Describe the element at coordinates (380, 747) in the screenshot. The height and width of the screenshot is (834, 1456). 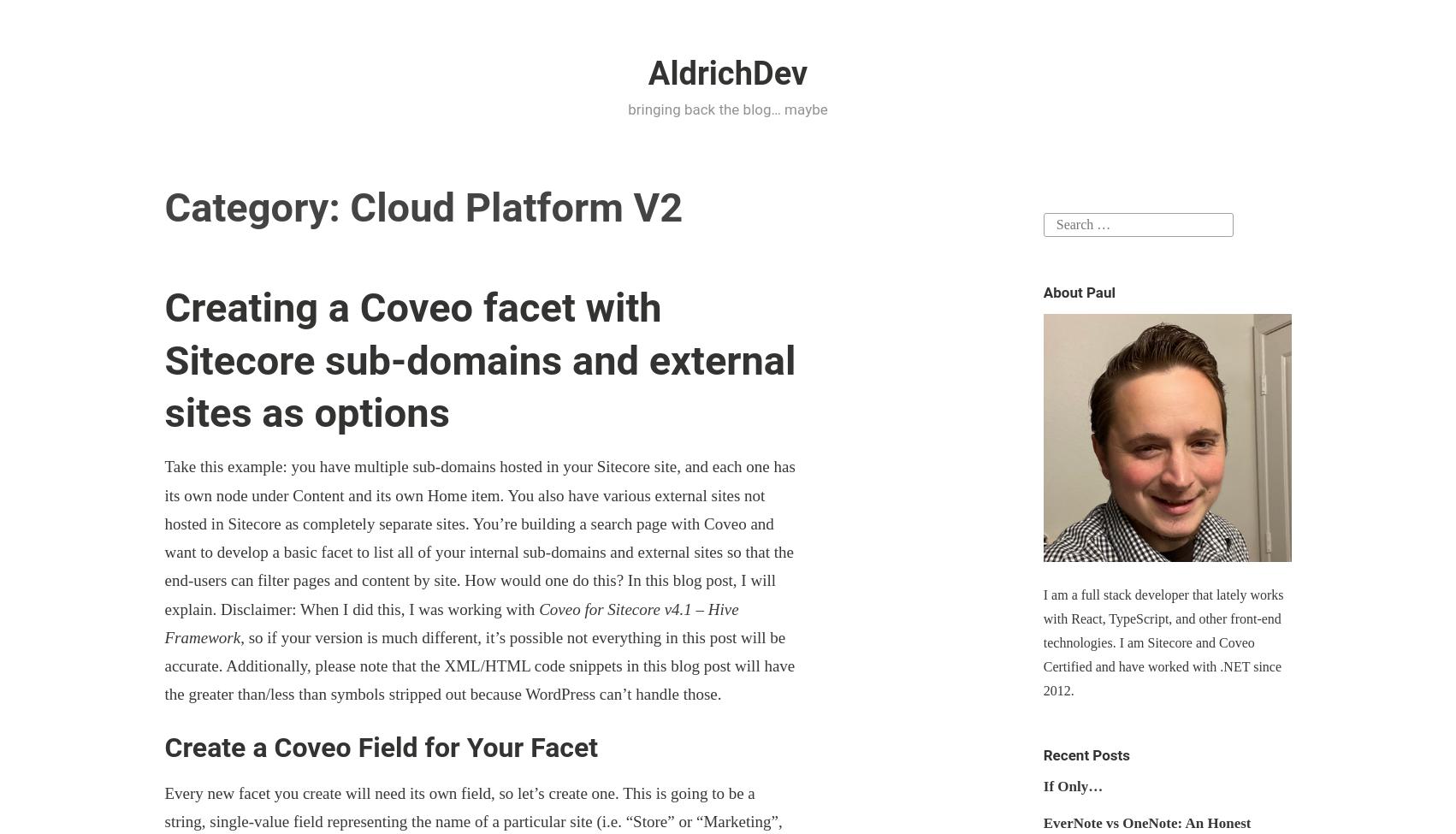
I see `'Create a Coveo Field for Your Facet'` at that location.